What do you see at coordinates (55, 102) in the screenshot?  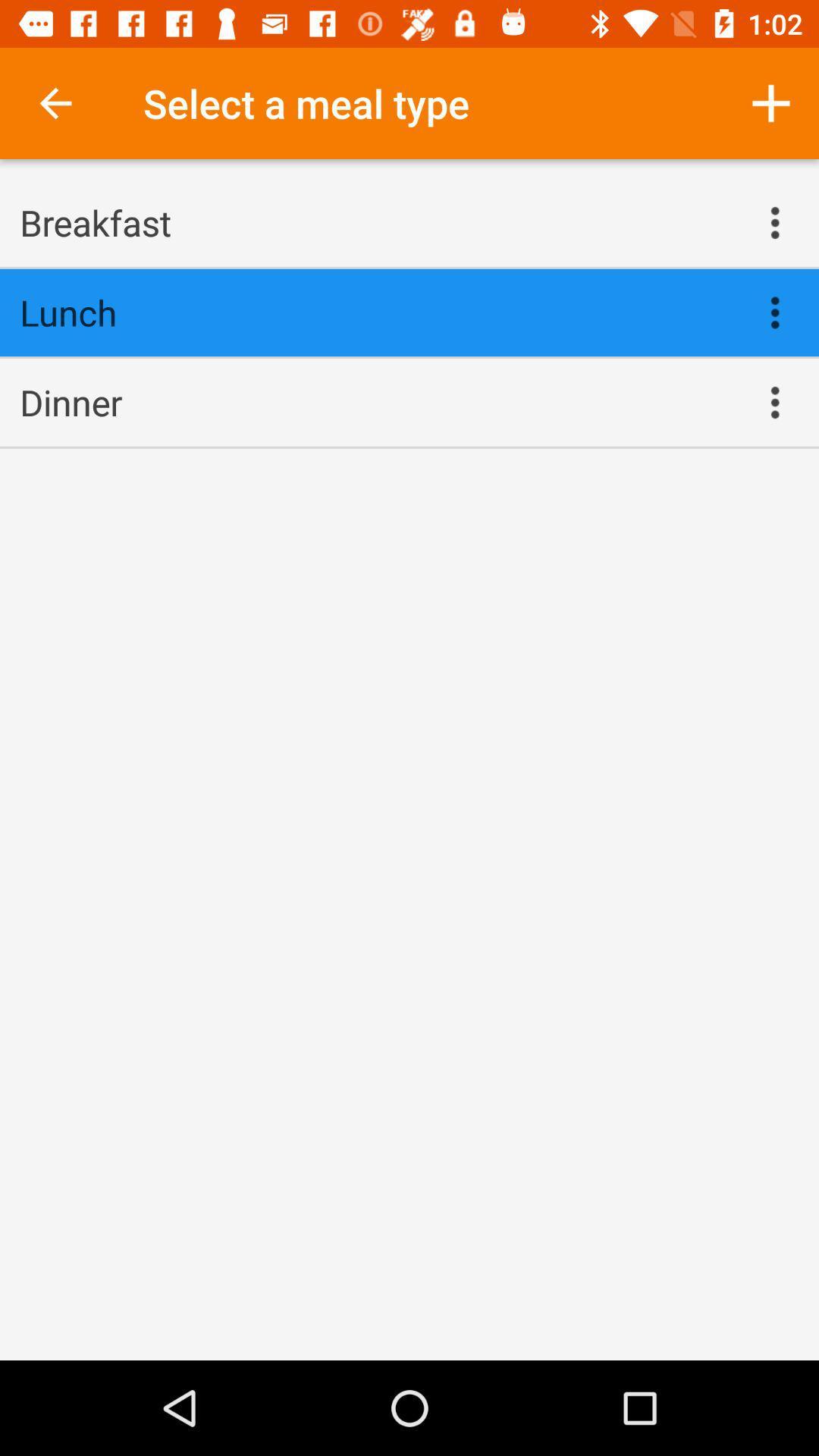 I see `item above breakfast` at bounding box center [55, 102].